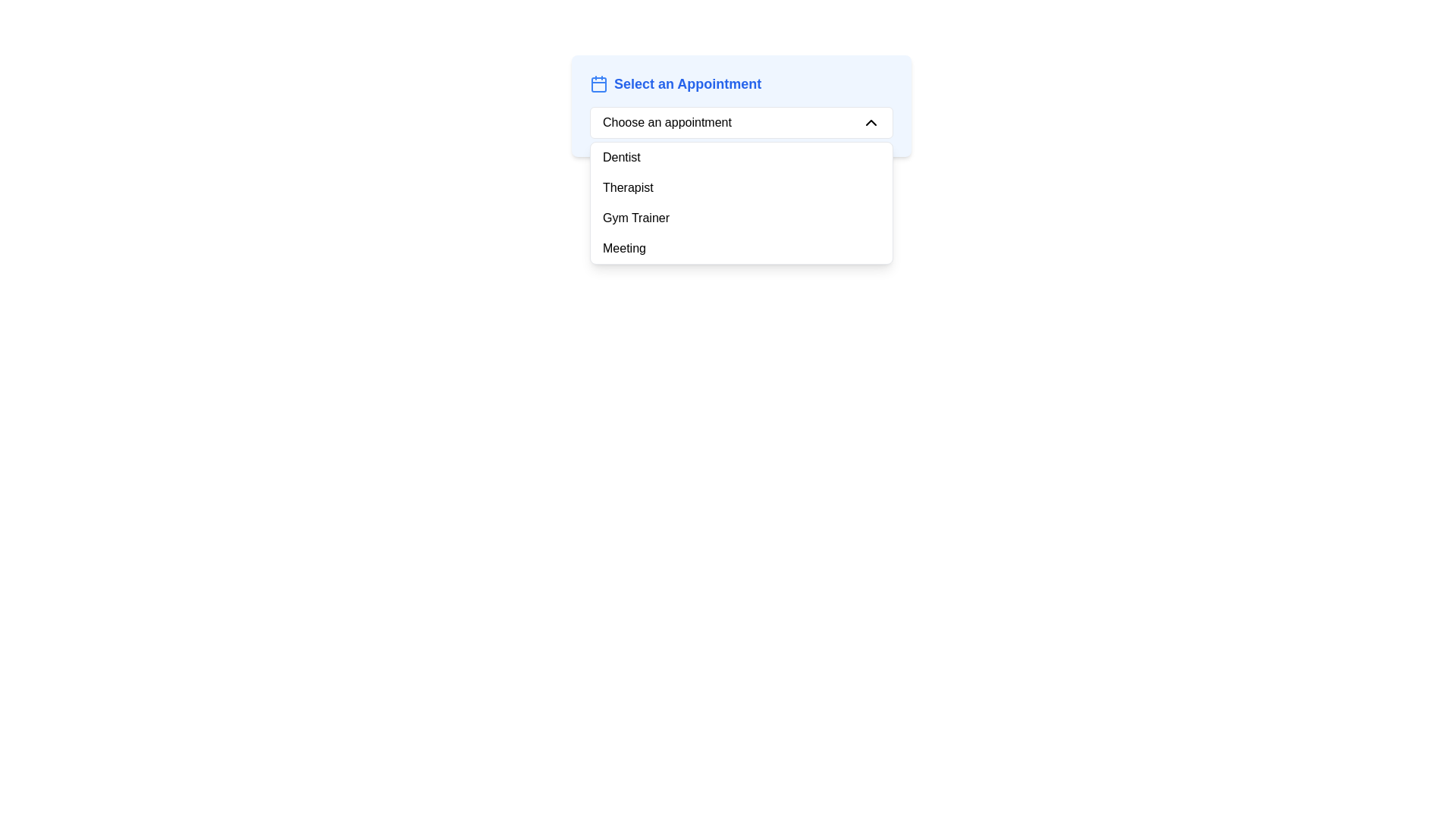 The height and width of the screenshot is (819, 1456). What do you see at coordinates (687, 84) in the screenshot?
I see `the Text label that serves as a heading or title for appointment selection, located near the dropdown selection component` at bounding box center [687, 84].